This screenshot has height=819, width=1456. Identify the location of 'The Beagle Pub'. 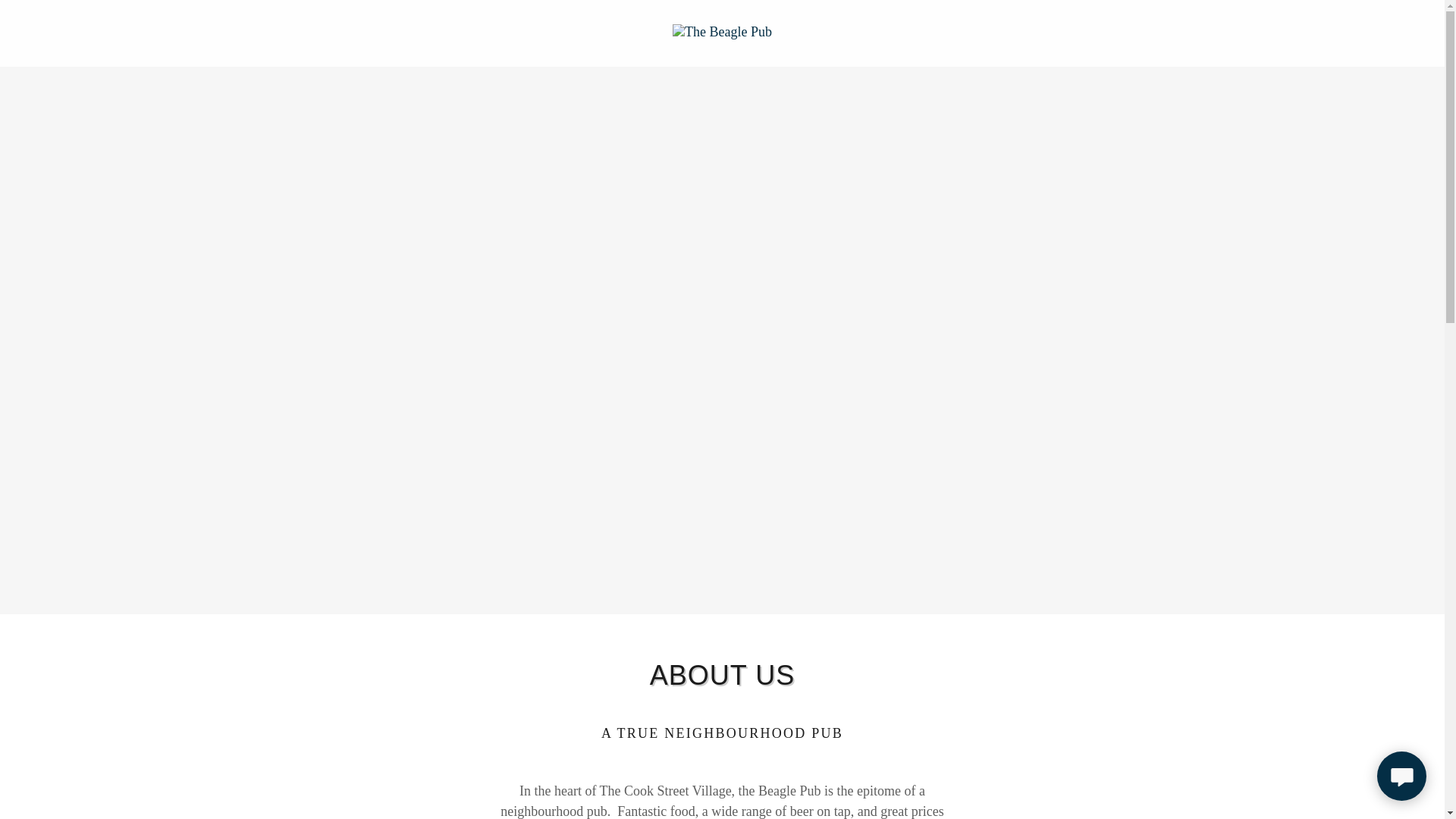
(720, 30).